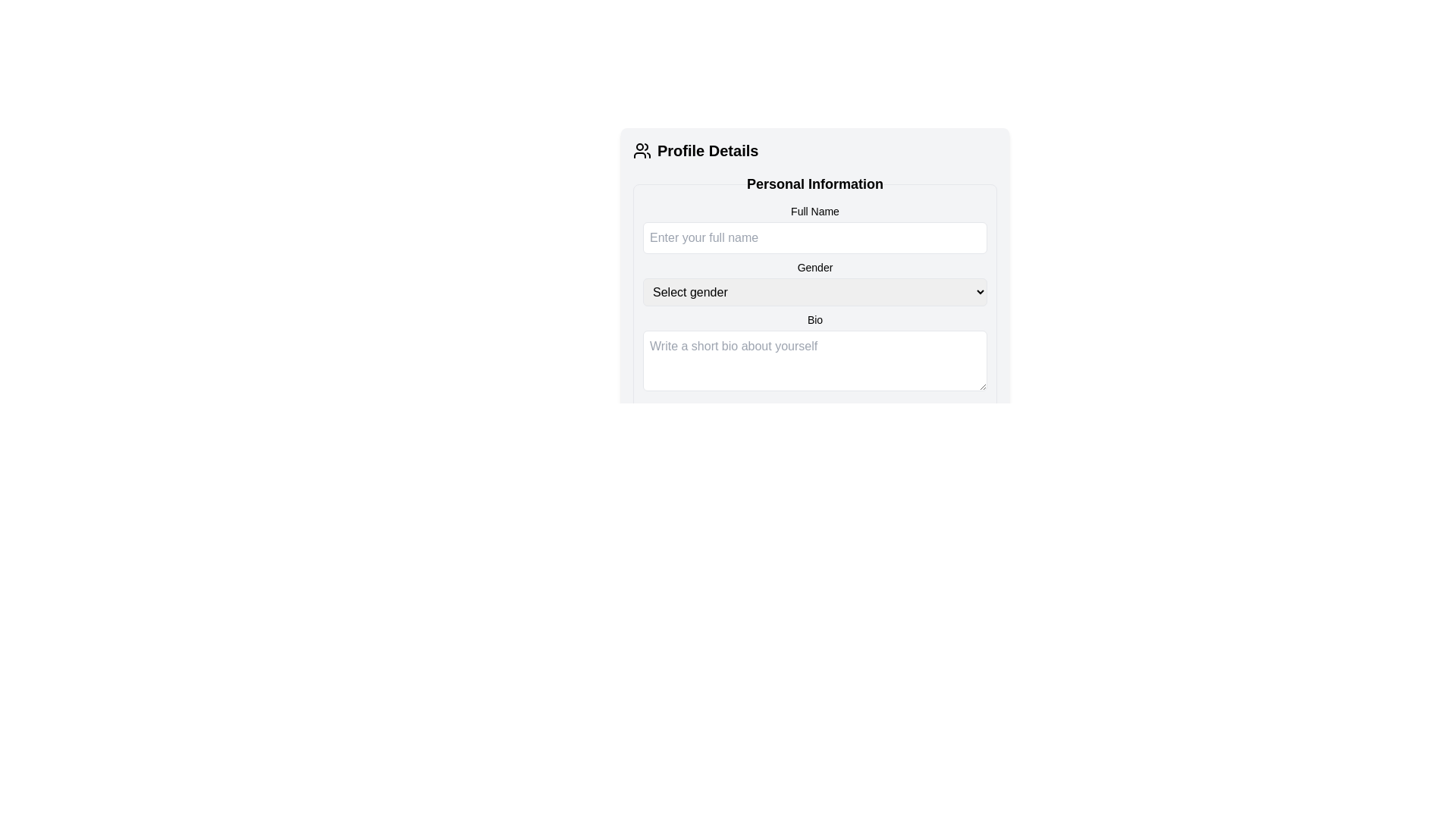 The height and width of the screenshot is (819, 1456). What do you see at coordinates (814, 184) in the screenshot?
I see `the Text Label that serves as the informative header for the personal information section, indicating the context for the 'Full Name', 'Gender', and 'Bio' fields` at bounding box center [814, 184].